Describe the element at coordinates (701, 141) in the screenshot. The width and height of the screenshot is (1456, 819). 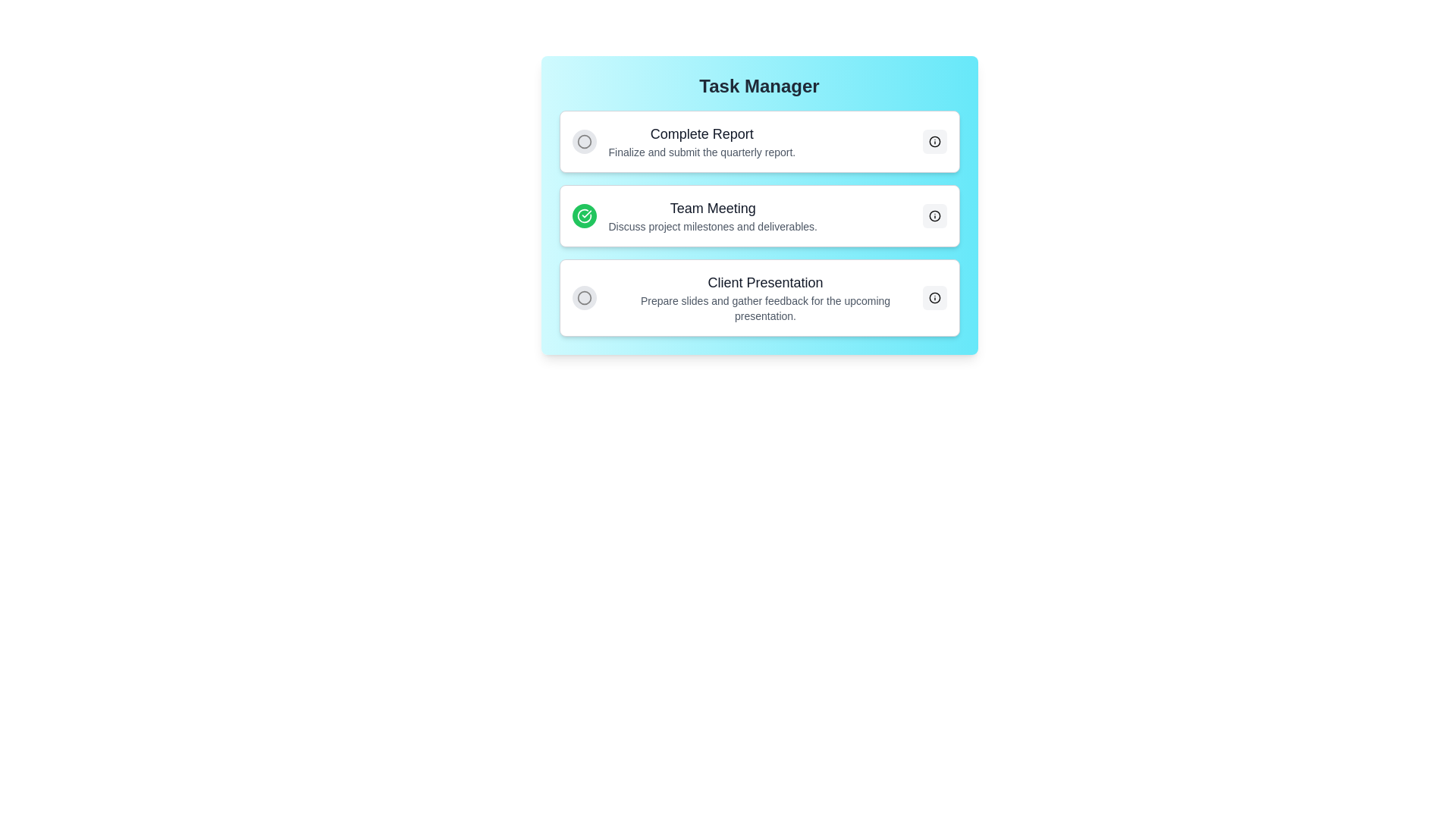
I see `the Text Display element that shows the title and description of the first task in the Task Manager interface` at that location.